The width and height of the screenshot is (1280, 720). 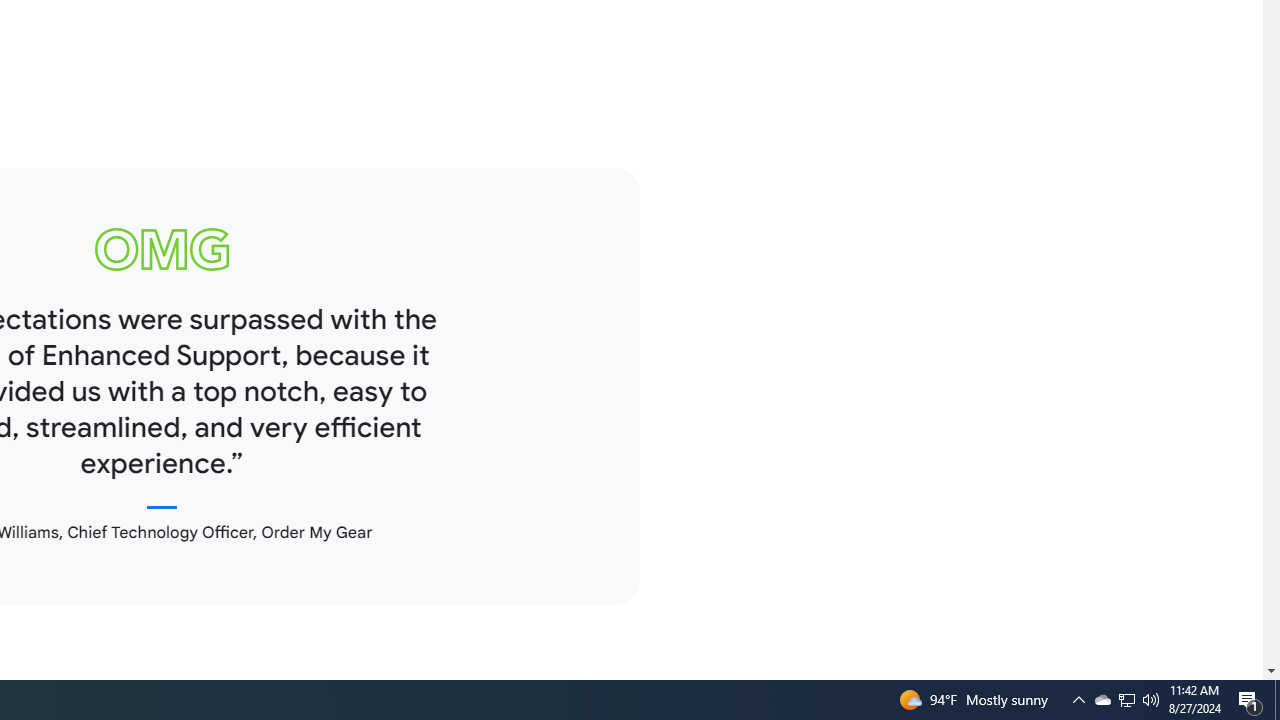 I want to click on 'omg logo', so click(x=161, y=248).